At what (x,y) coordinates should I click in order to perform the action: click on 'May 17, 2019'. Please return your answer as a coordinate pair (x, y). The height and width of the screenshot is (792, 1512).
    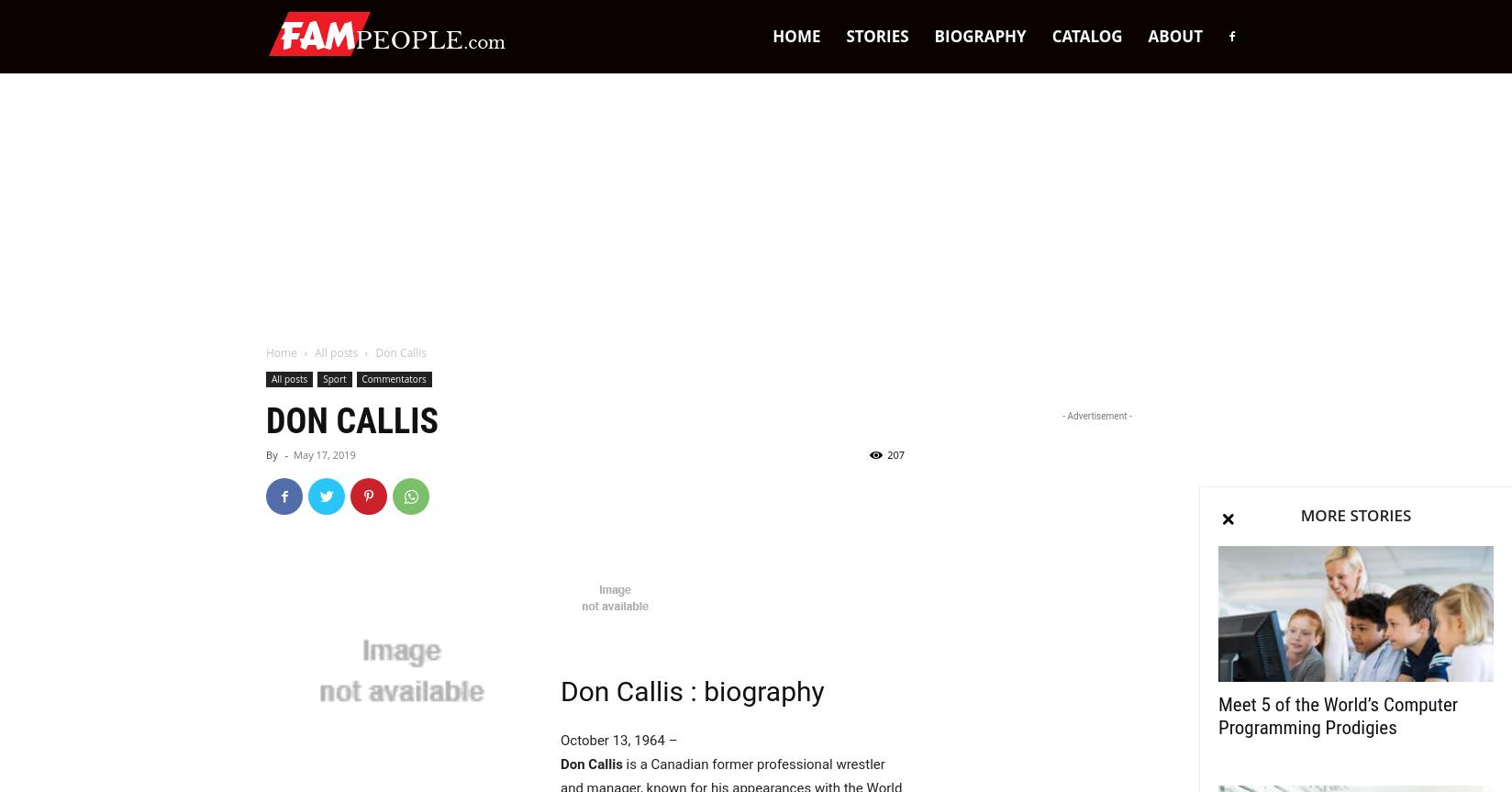
    Looking at the image, I should click on (323, 453).